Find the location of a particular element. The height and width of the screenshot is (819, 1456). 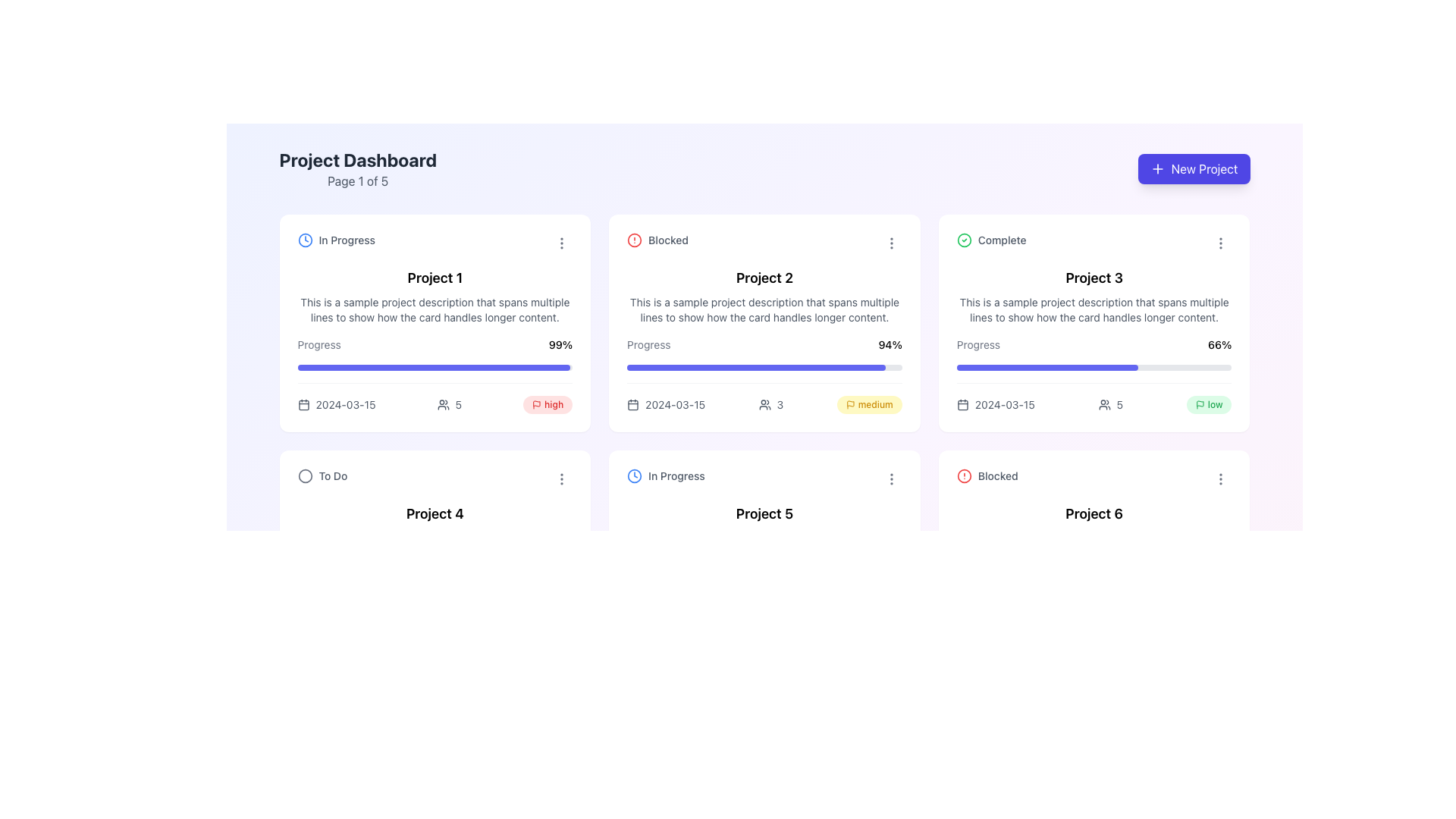

text content of the 'Blocked' text label located in the status section of the 'Project 2' card on the dashboard is located at coordinates (667, 239).